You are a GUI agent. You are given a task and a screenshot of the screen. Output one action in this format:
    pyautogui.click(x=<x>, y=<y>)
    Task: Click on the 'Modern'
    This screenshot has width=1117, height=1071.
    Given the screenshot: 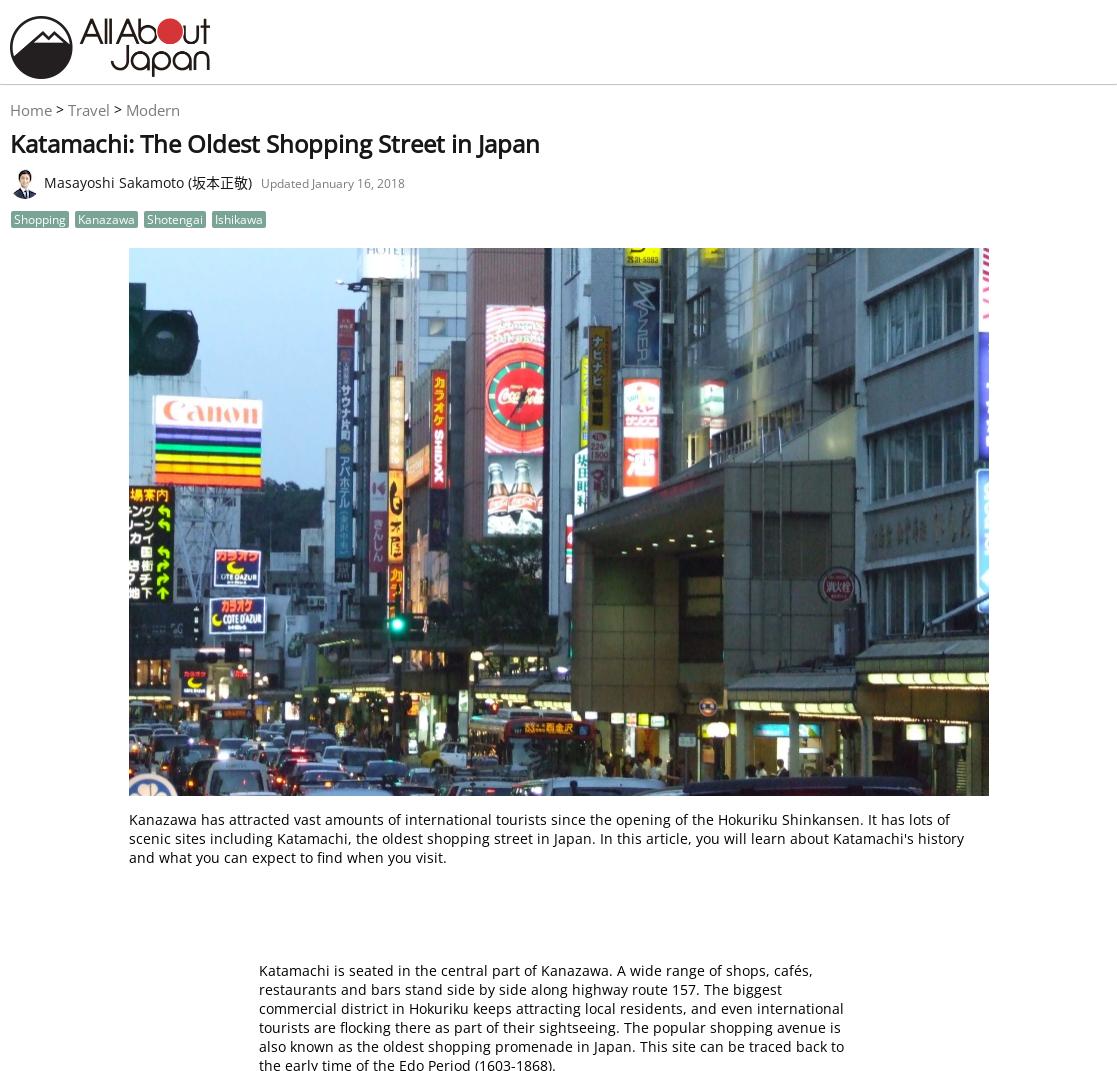 What is the action you would take?
    pyautogui.click(x=153, y=109)
    